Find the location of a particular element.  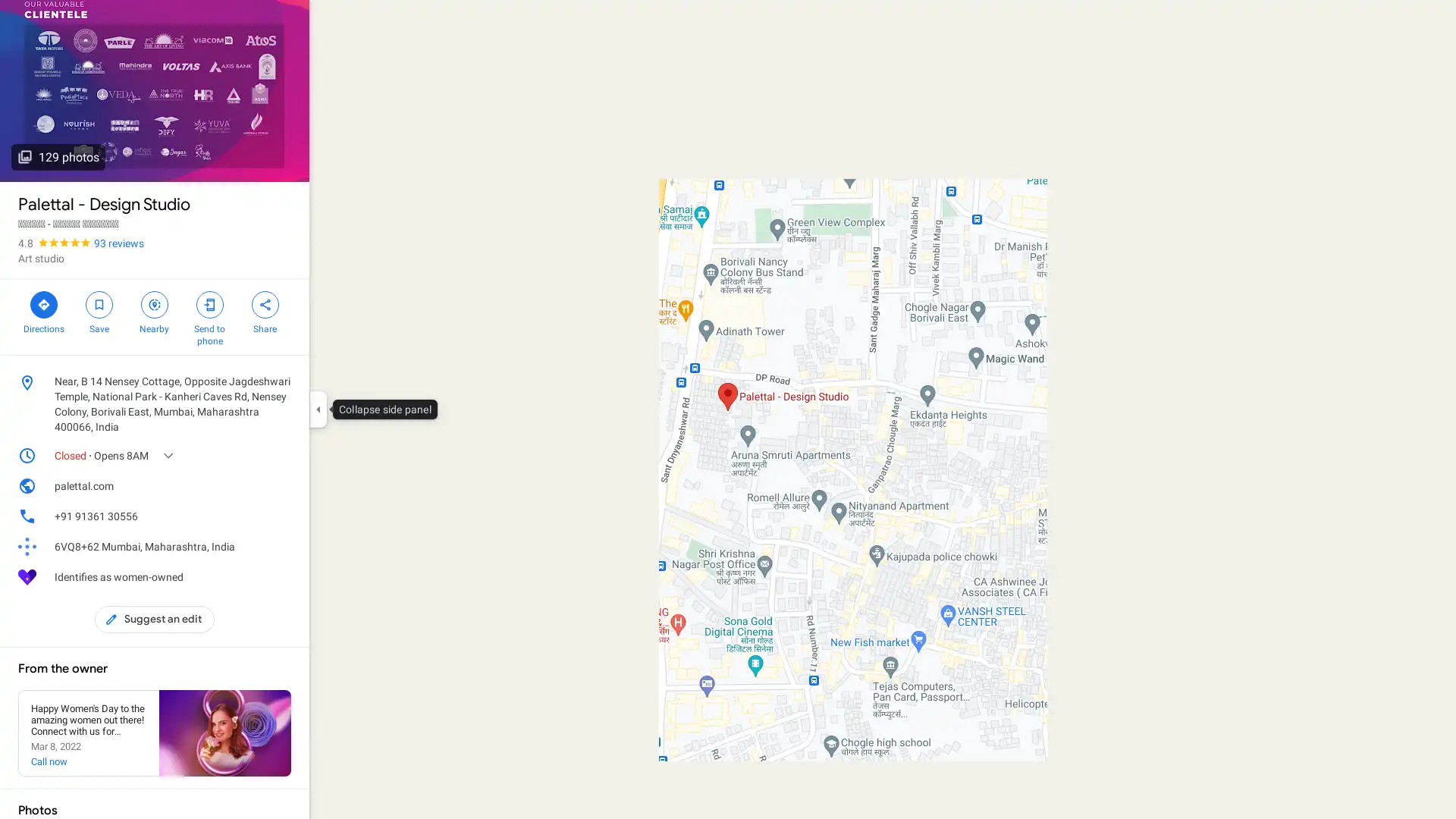

Suggest an edit is located at coordinates (155, 620).